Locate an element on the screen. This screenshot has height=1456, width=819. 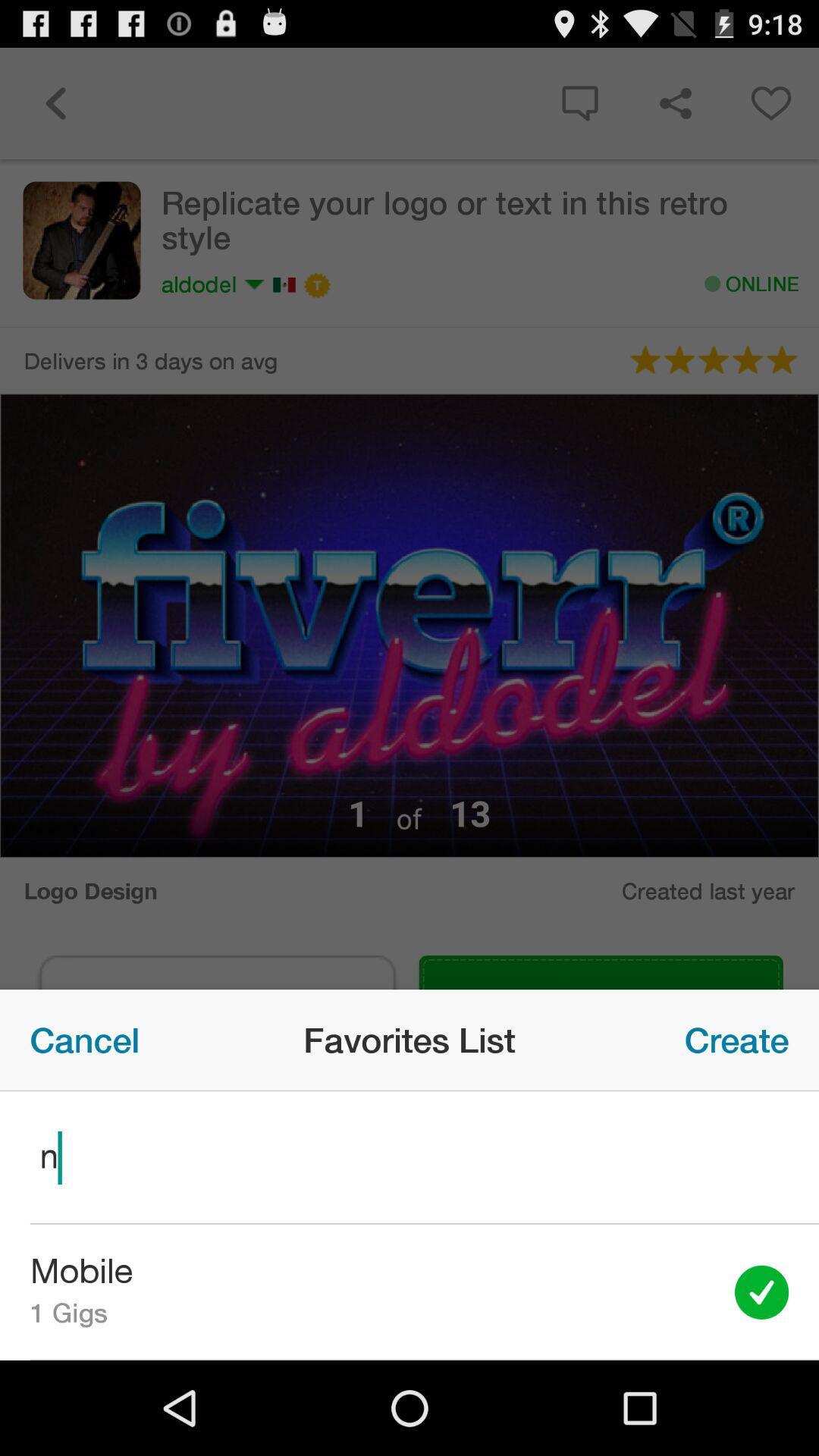
cancel is located at coordinates (84, 1039).